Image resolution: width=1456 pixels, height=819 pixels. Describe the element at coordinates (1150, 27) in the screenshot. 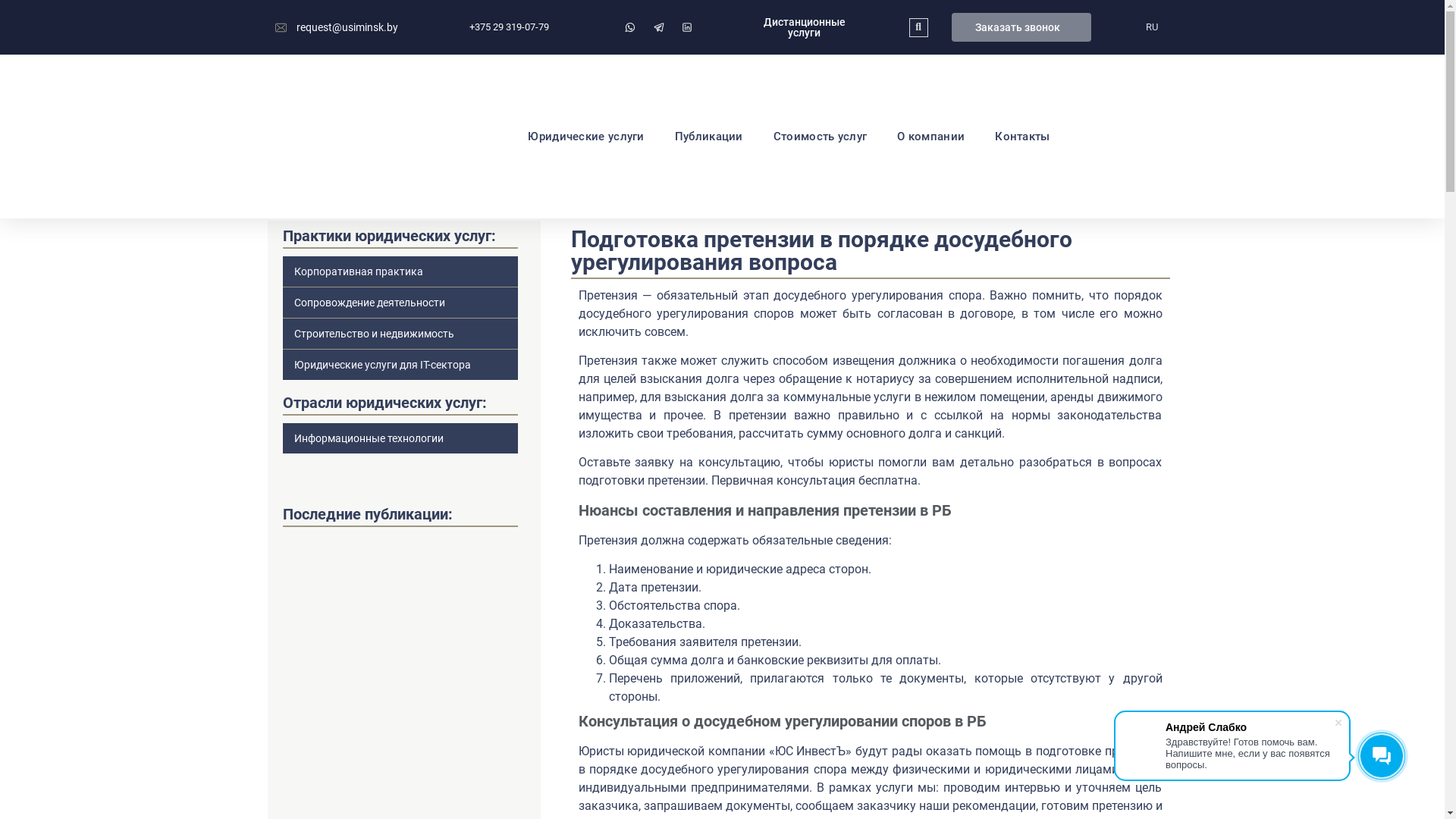

I see `'RU'` at that location.